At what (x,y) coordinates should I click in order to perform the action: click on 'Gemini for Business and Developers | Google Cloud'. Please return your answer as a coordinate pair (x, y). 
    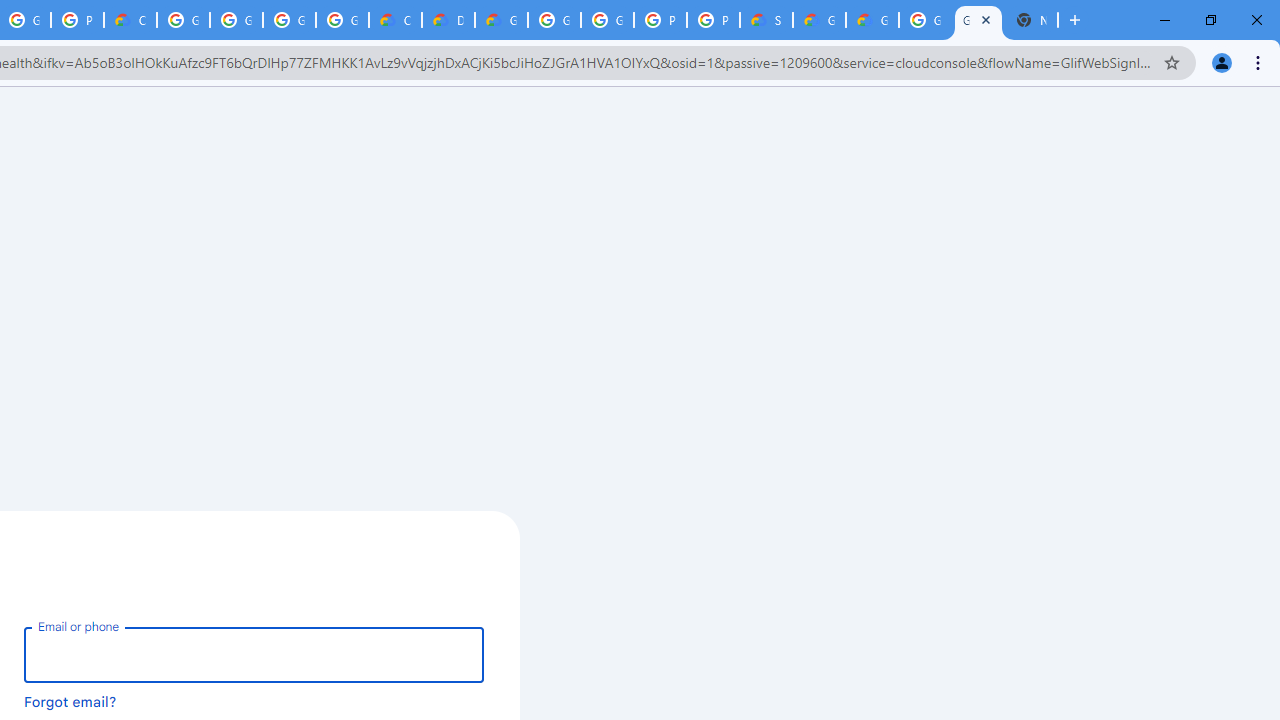
    Looking at the image, I should click on (501, 20).